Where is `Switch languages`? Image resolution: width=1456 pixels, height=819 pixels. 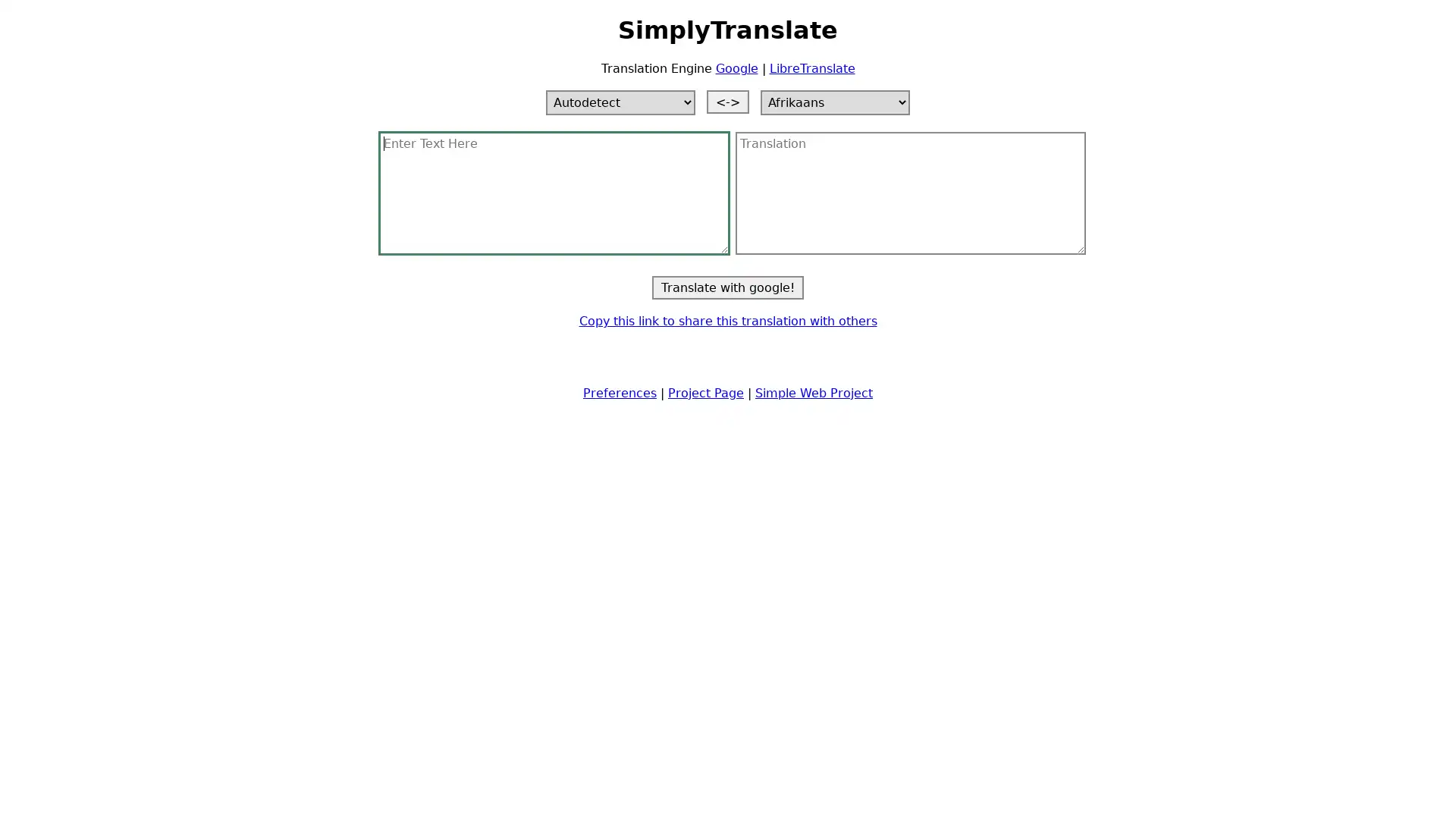
Switch languages is located at coordinates (728, 101).